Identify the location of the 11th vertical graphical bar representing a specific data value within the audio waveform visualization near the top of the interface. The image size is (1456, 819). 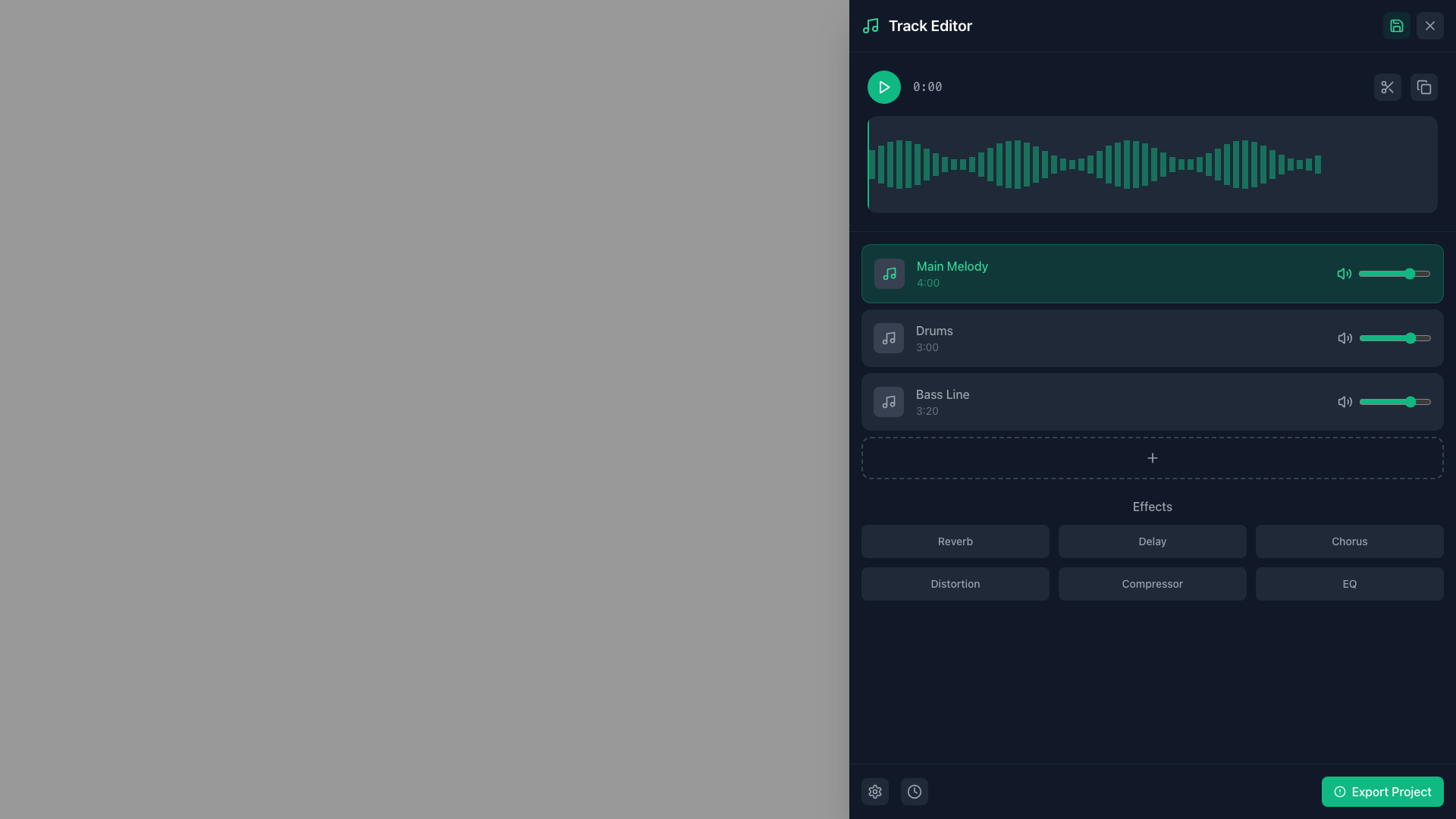
(962, 164).